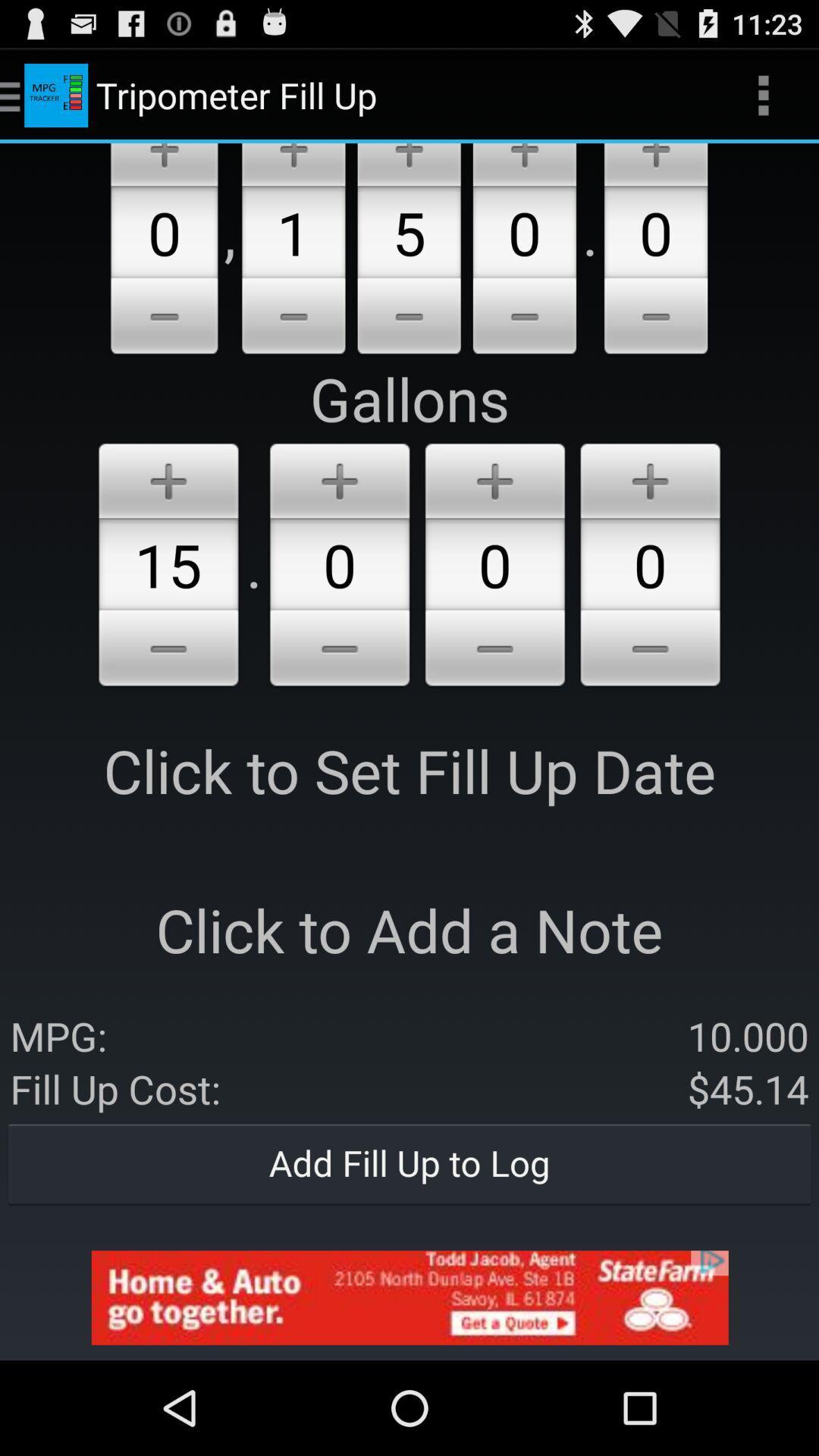  What do you see at coordinates (164, 165) in the screenshot?
I see `increase button` at bounding box center [164, 165].